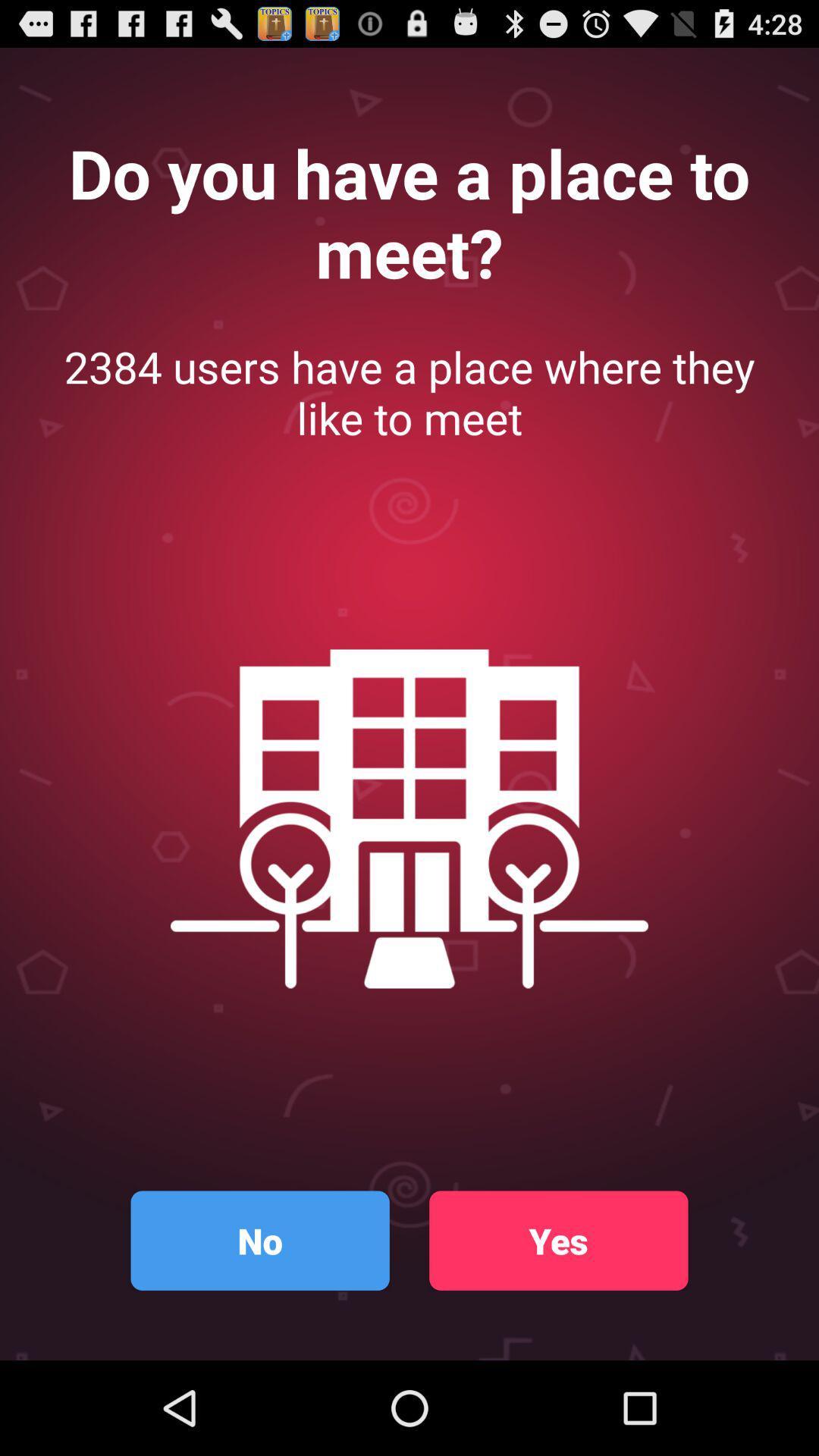 This screenshot has width=819, height=1456. What do you see at coordinates (558, 1241) in the screenshot?
I see `button next to the no` at bounding box center [558, 1241].